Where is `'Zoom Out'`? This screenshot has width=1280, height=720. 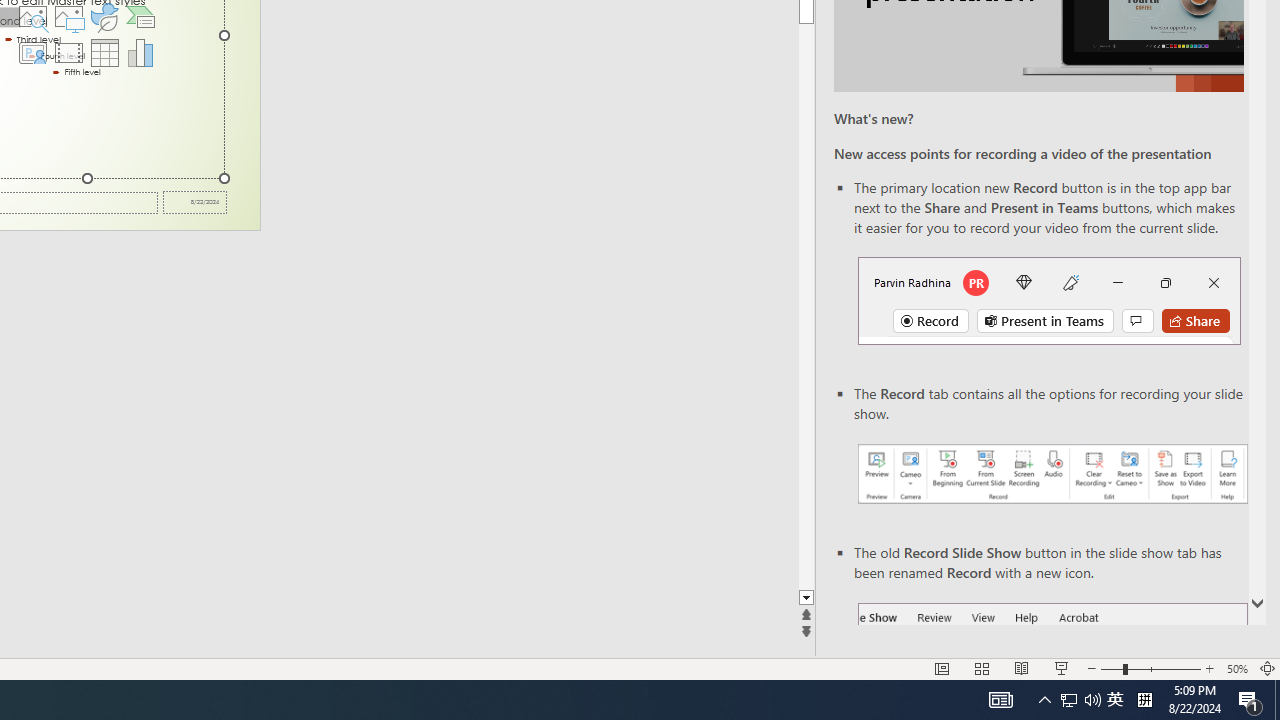
'Zoom Out' is located at coordinates (1110, 669).